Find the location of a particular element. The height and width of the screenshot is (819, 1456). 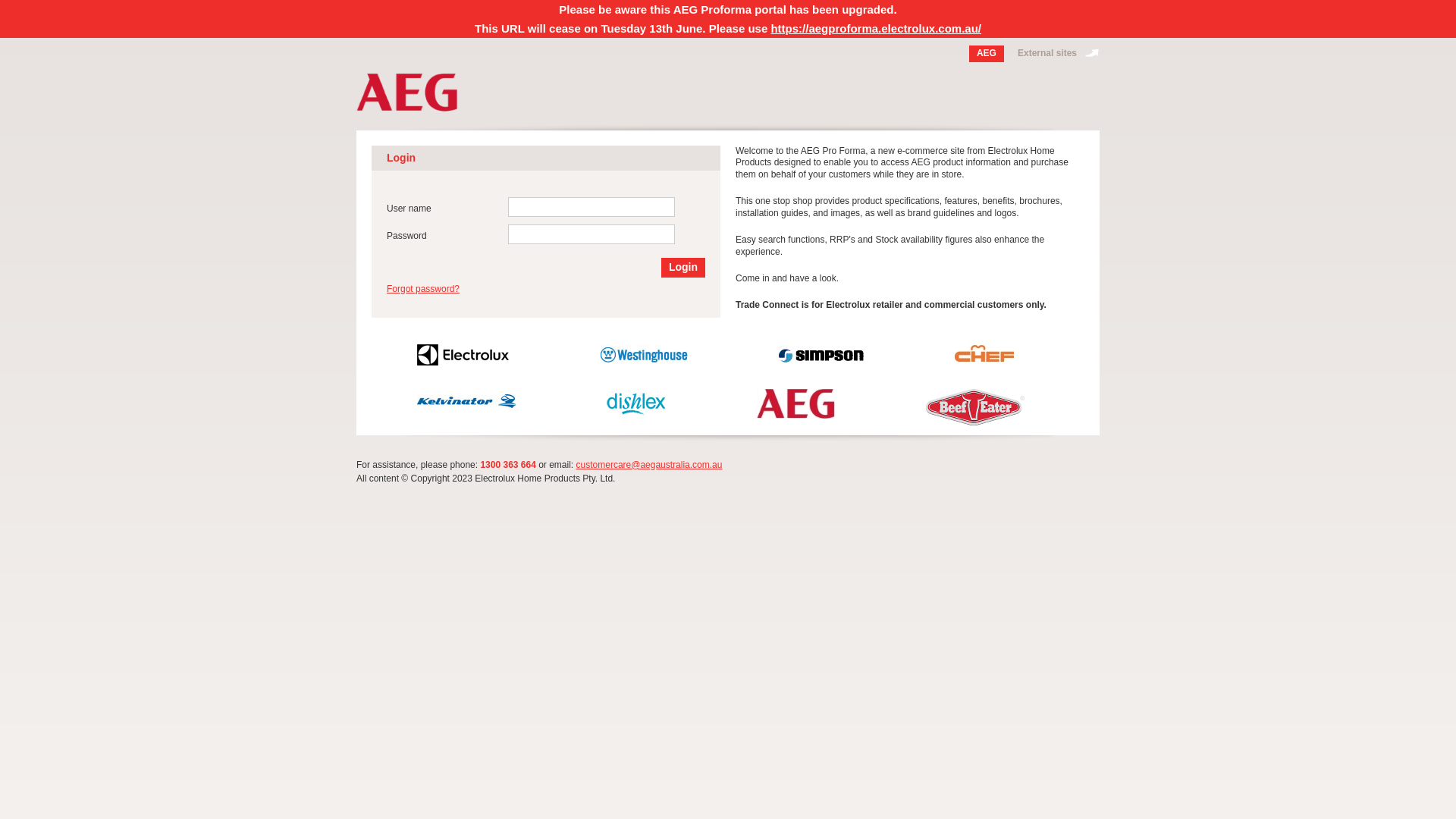

'customercare@aegaustralia.com.au' is located at coordinates (649, 464).